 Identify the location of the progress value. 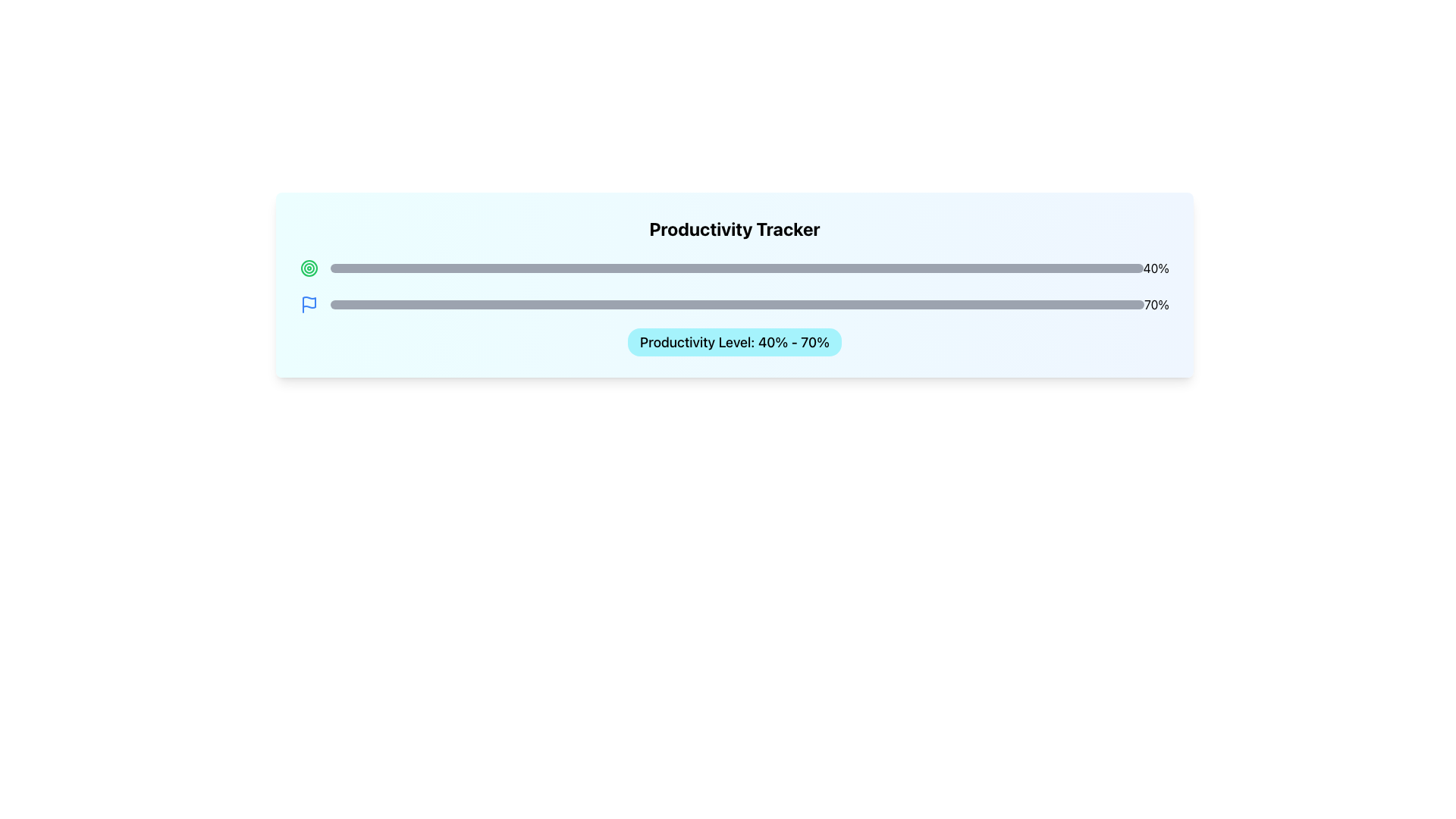
(990, 304).